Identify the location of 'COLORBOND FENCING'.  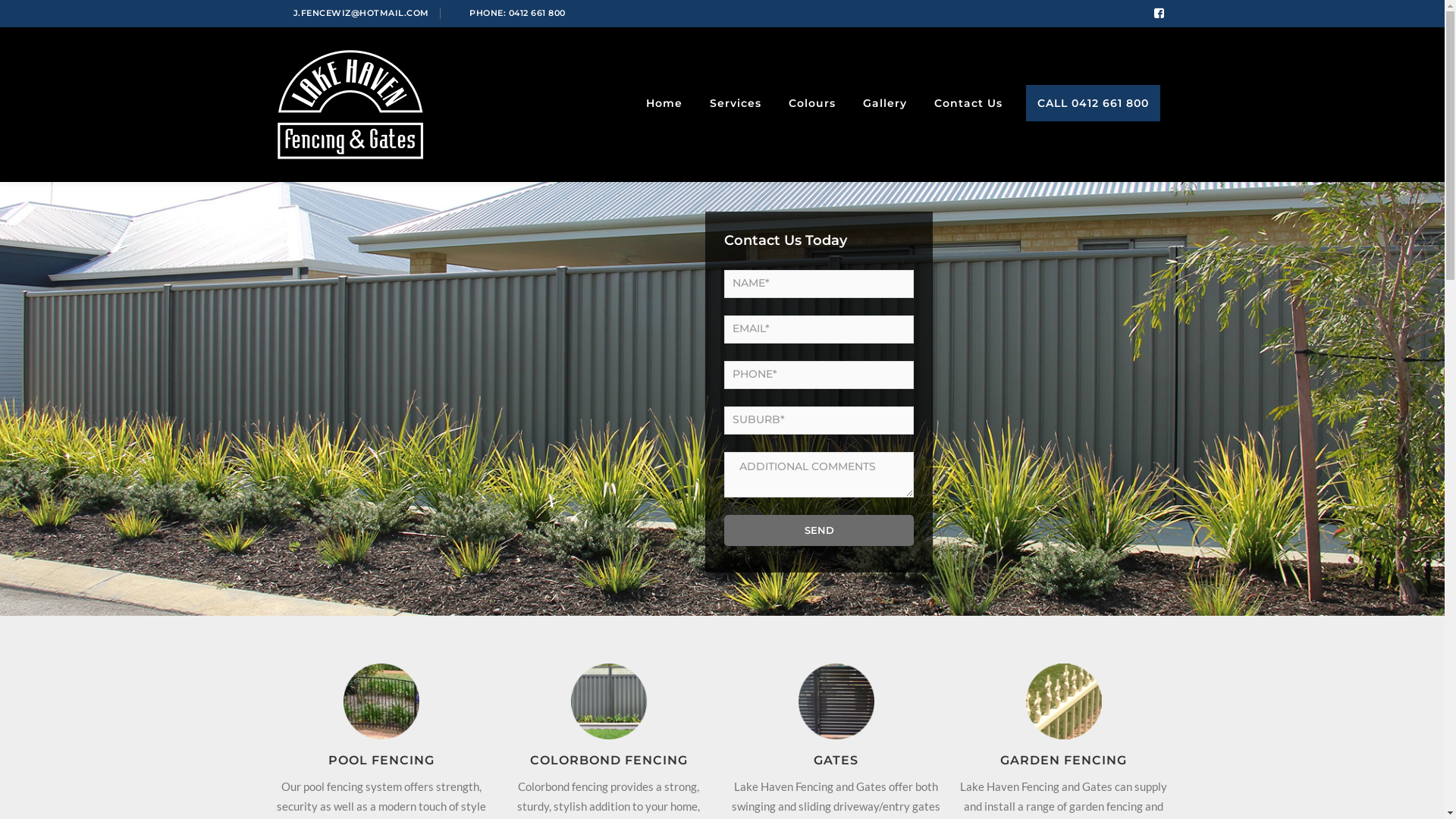
(607, 760).